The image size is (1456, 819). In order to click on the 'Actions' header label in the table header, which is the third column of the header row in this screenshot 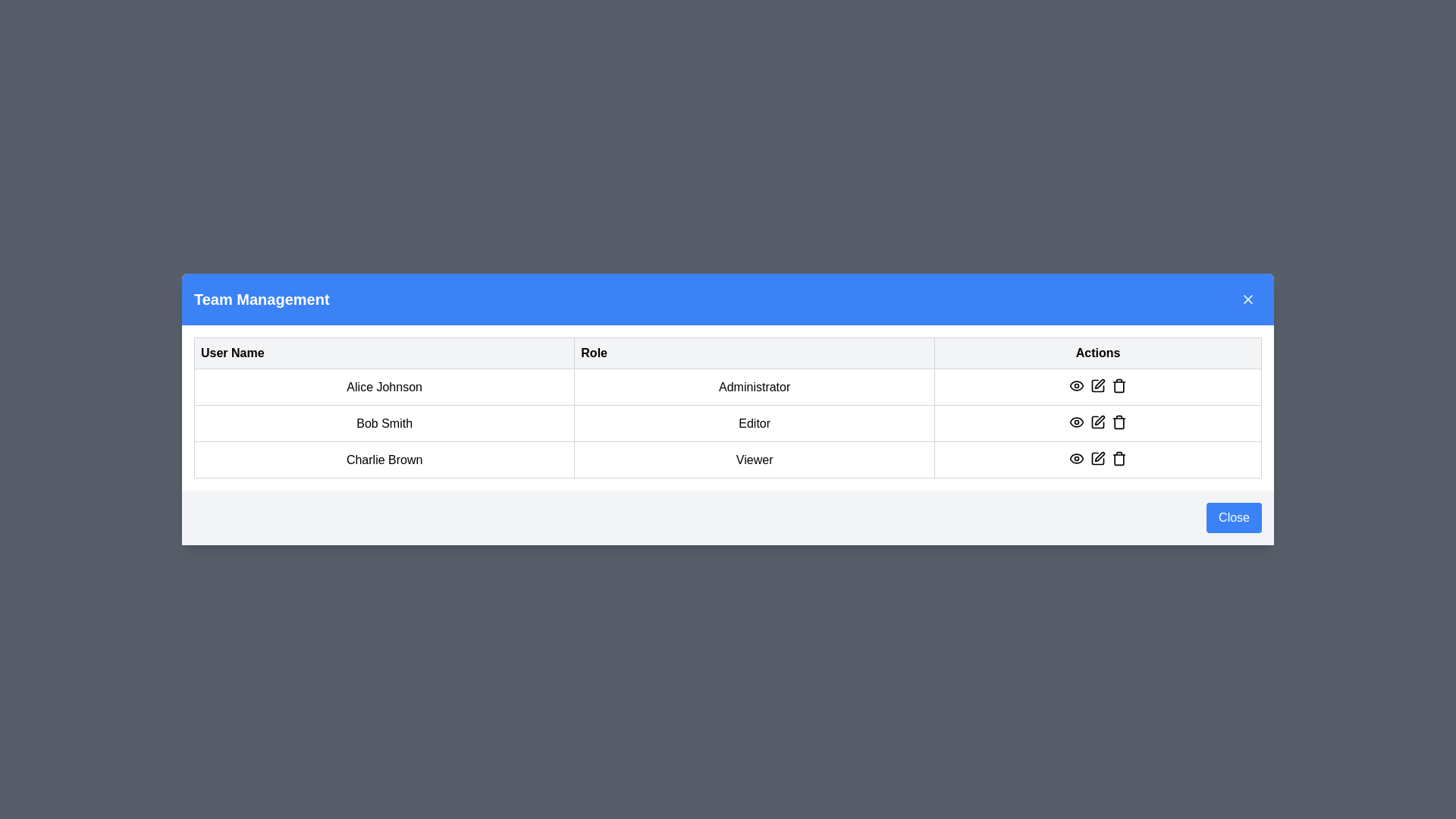, I will do `click(1098, 353)`.